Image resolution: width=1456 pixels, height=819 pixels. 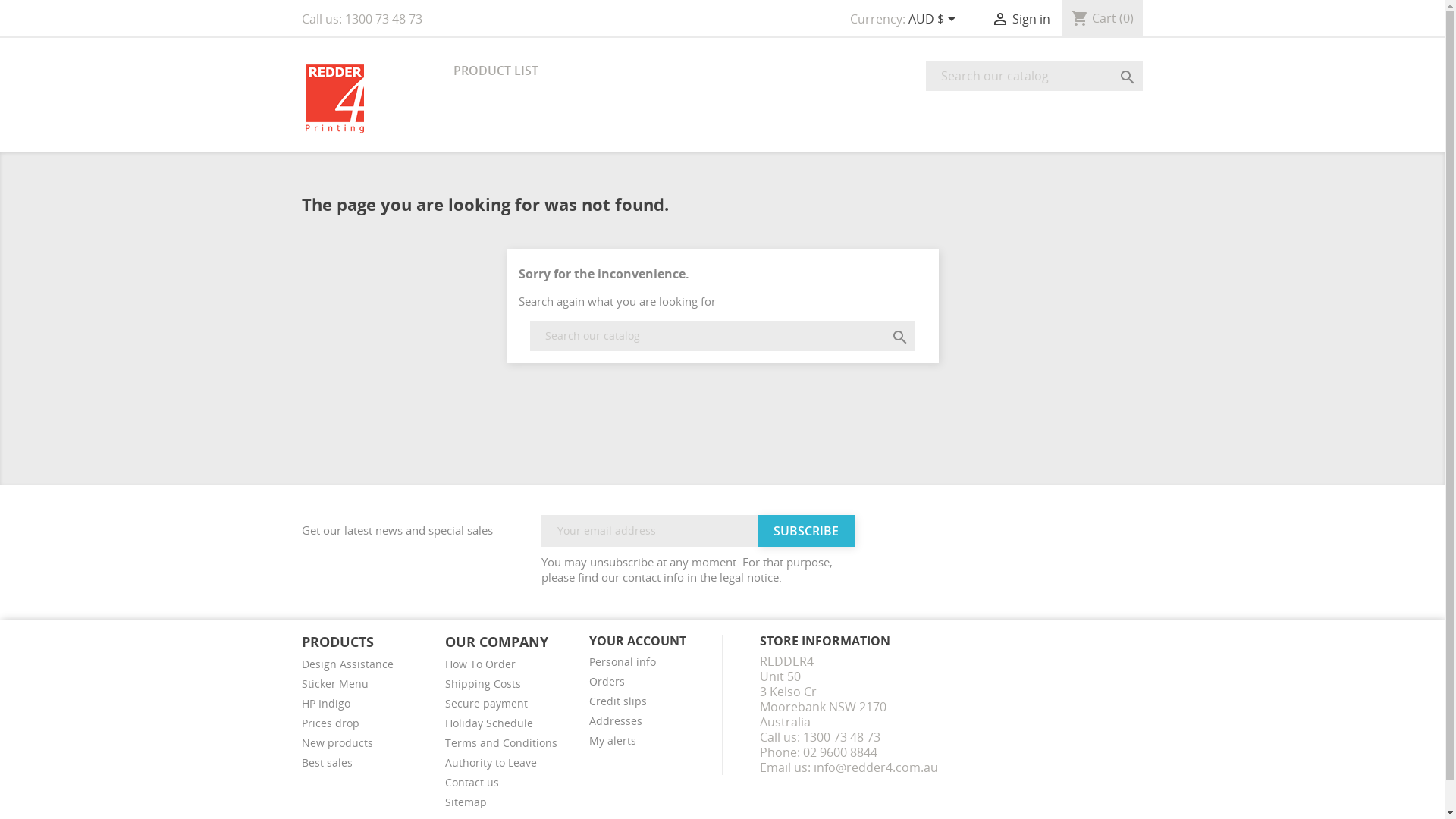 I want to click on 'Personal info', so click(x=622, y=661).